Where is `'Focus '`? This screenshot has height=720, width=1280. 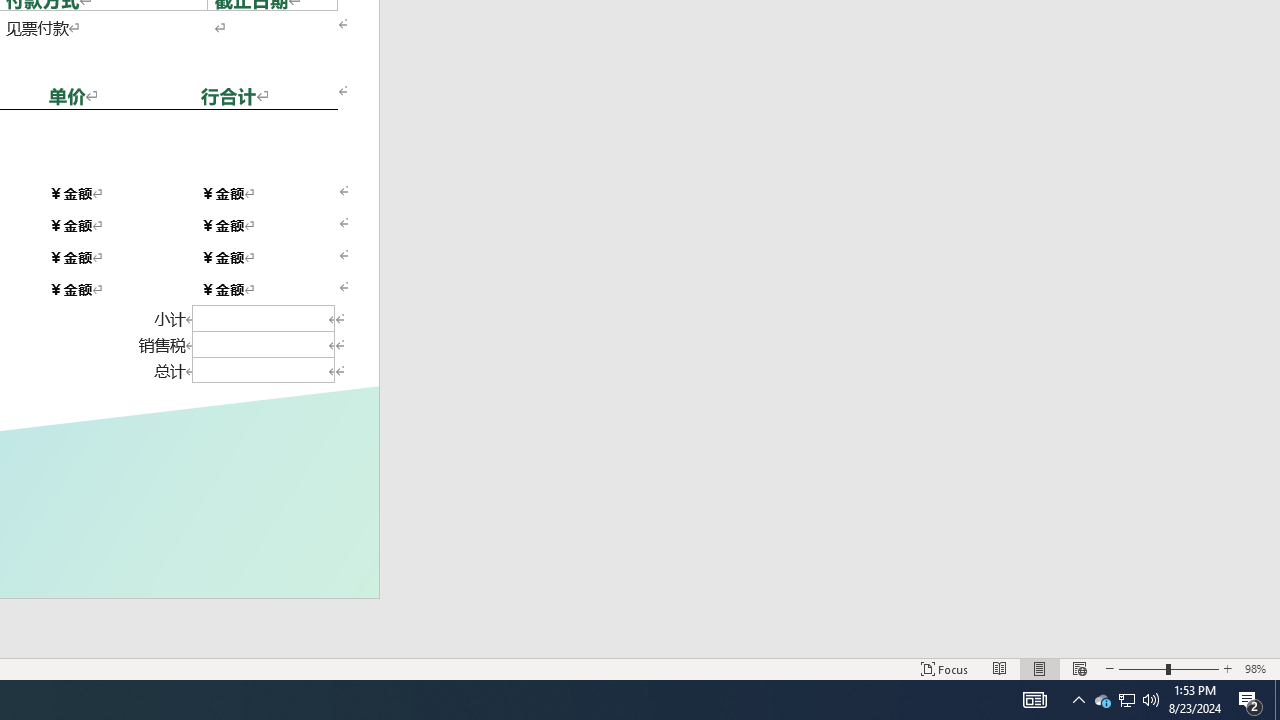 'Focus ' is located at coordinates (943, 669).